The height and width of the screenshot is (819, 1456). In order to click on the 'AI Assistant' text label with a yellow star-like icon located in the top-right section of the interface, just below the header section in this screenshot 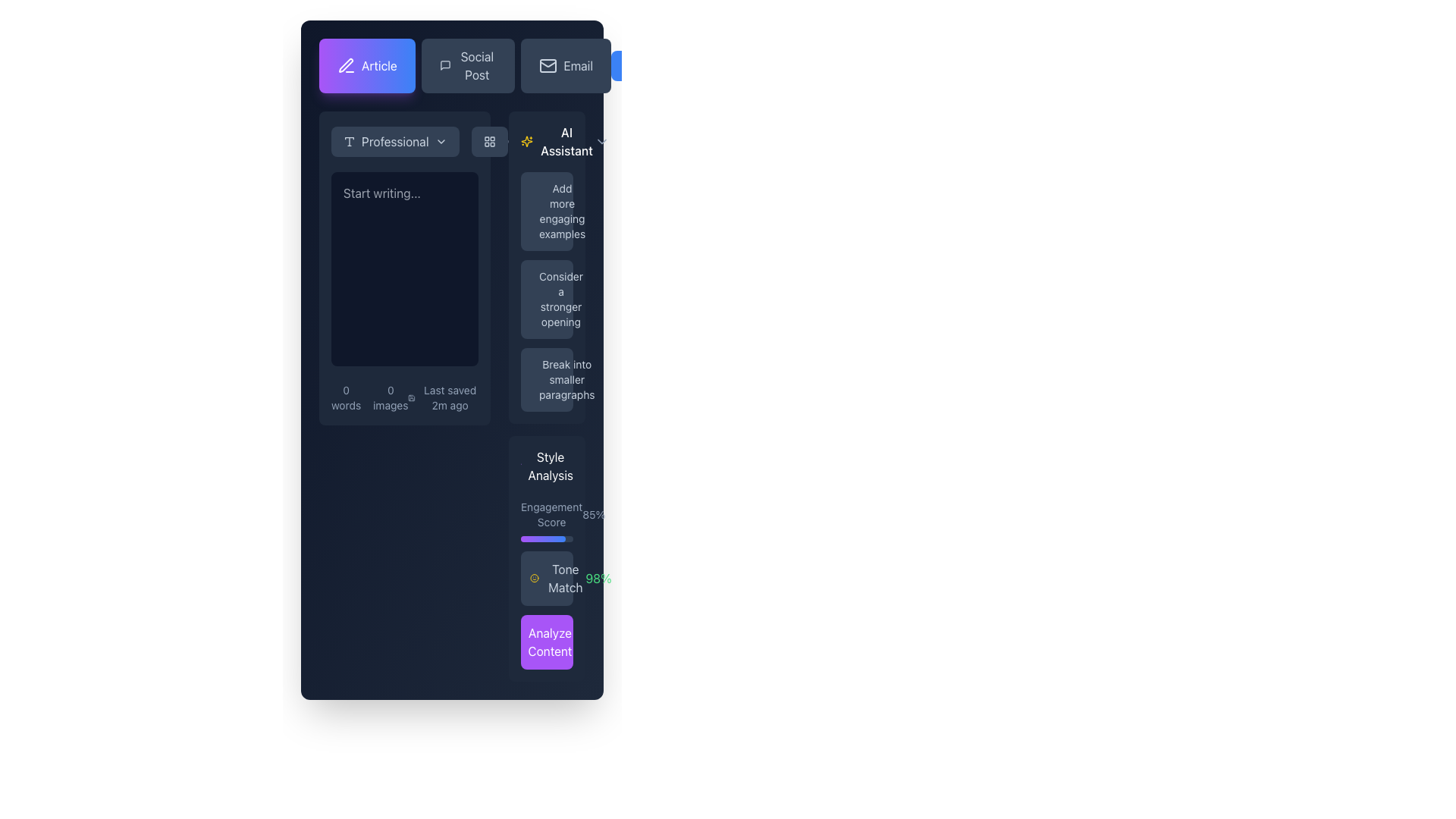, I will do `click(557, 141)`.